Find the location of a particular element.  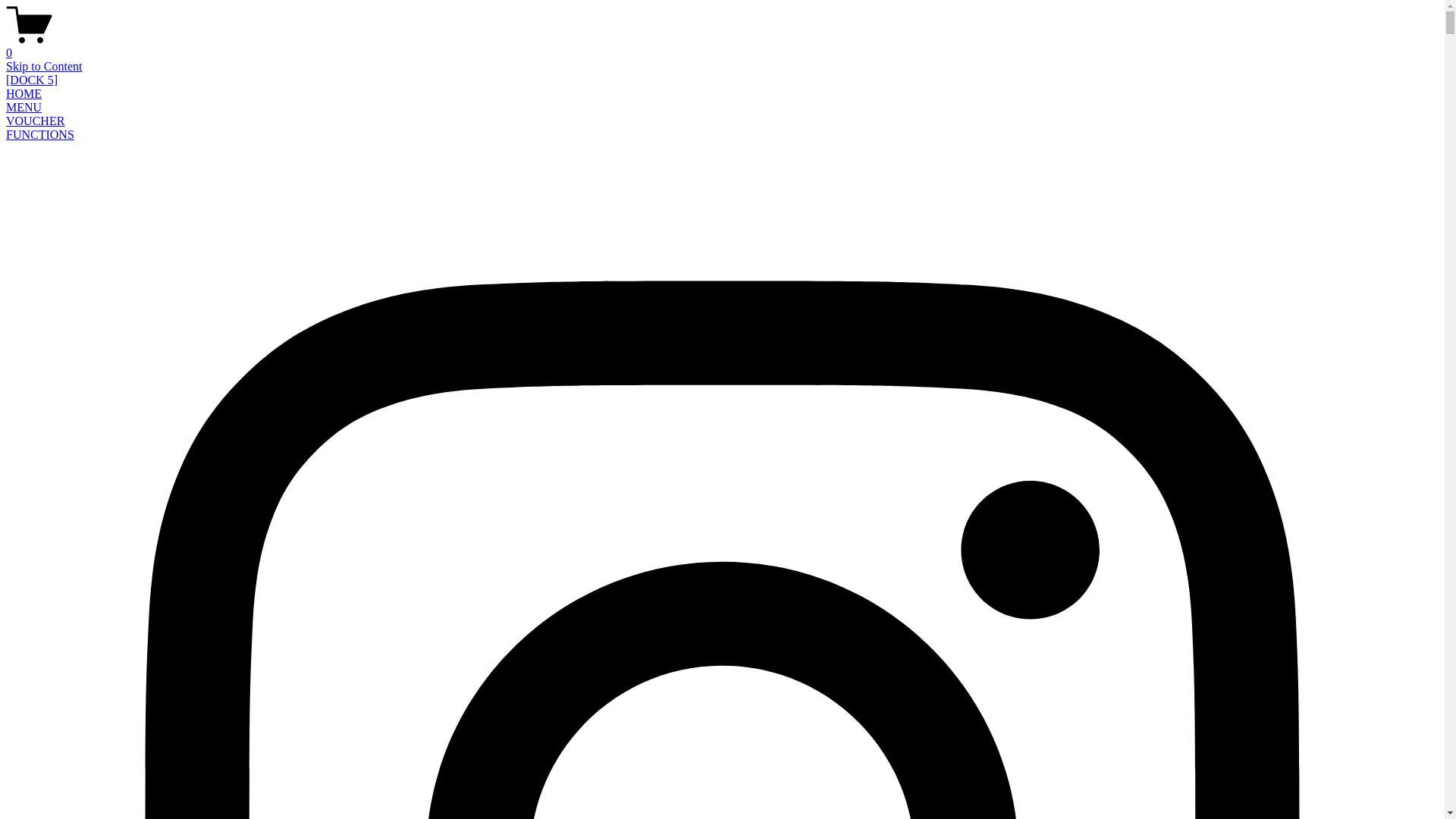

'Skip to Content' is located at coordinates (43, 65).